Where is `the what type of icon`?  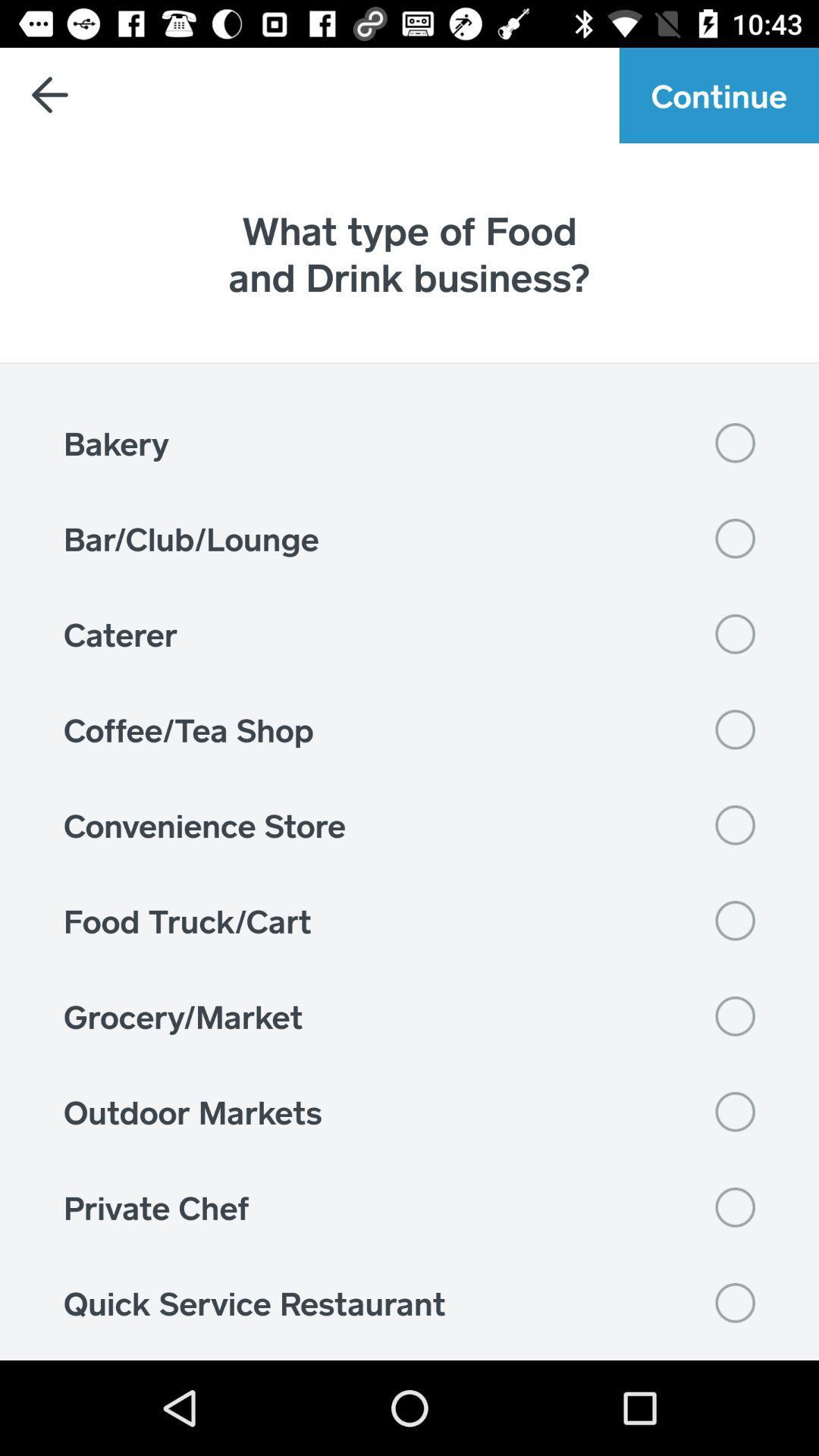
the what type of icon is located at coordinates (409, 253).